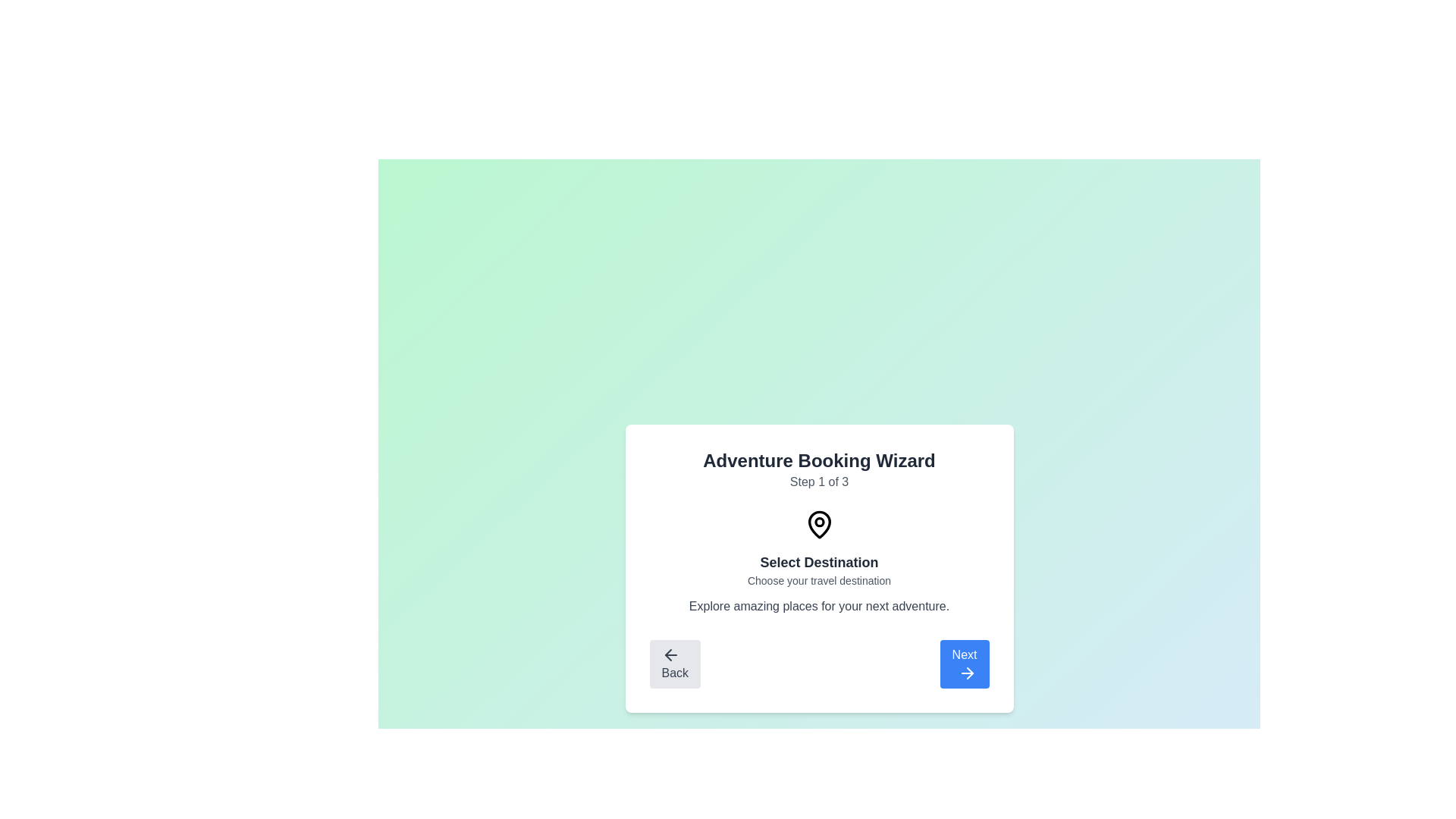 The image size is (1456, 819). I want to click on the right arrow SVG icon integrated within the 'Next' button located at the bottom-right corner of the user interface card, indicating forward navigation, so click(966, 672).